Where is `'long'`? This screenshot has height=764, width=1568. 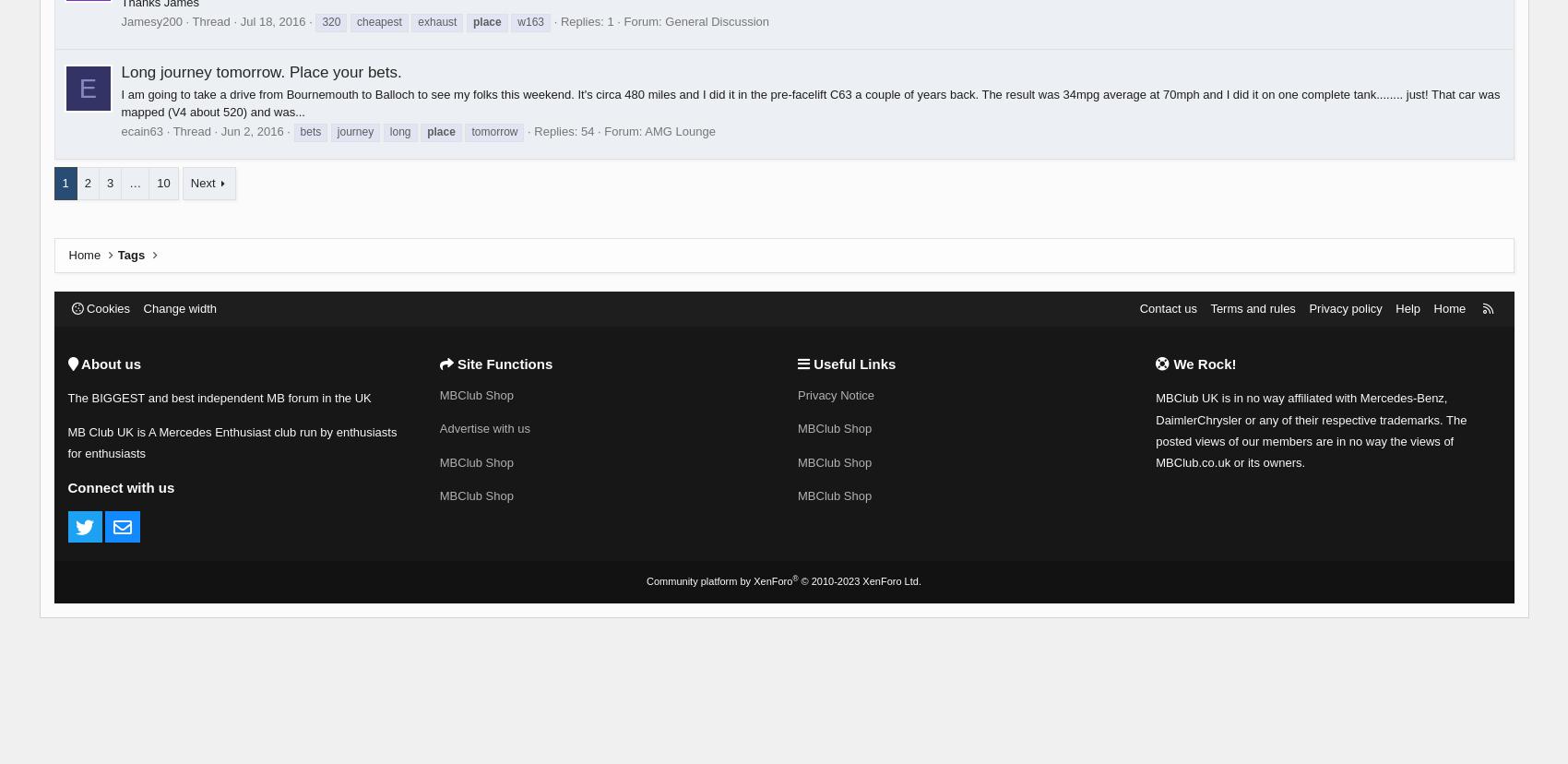 'long' is located at coordinates (399, 131).